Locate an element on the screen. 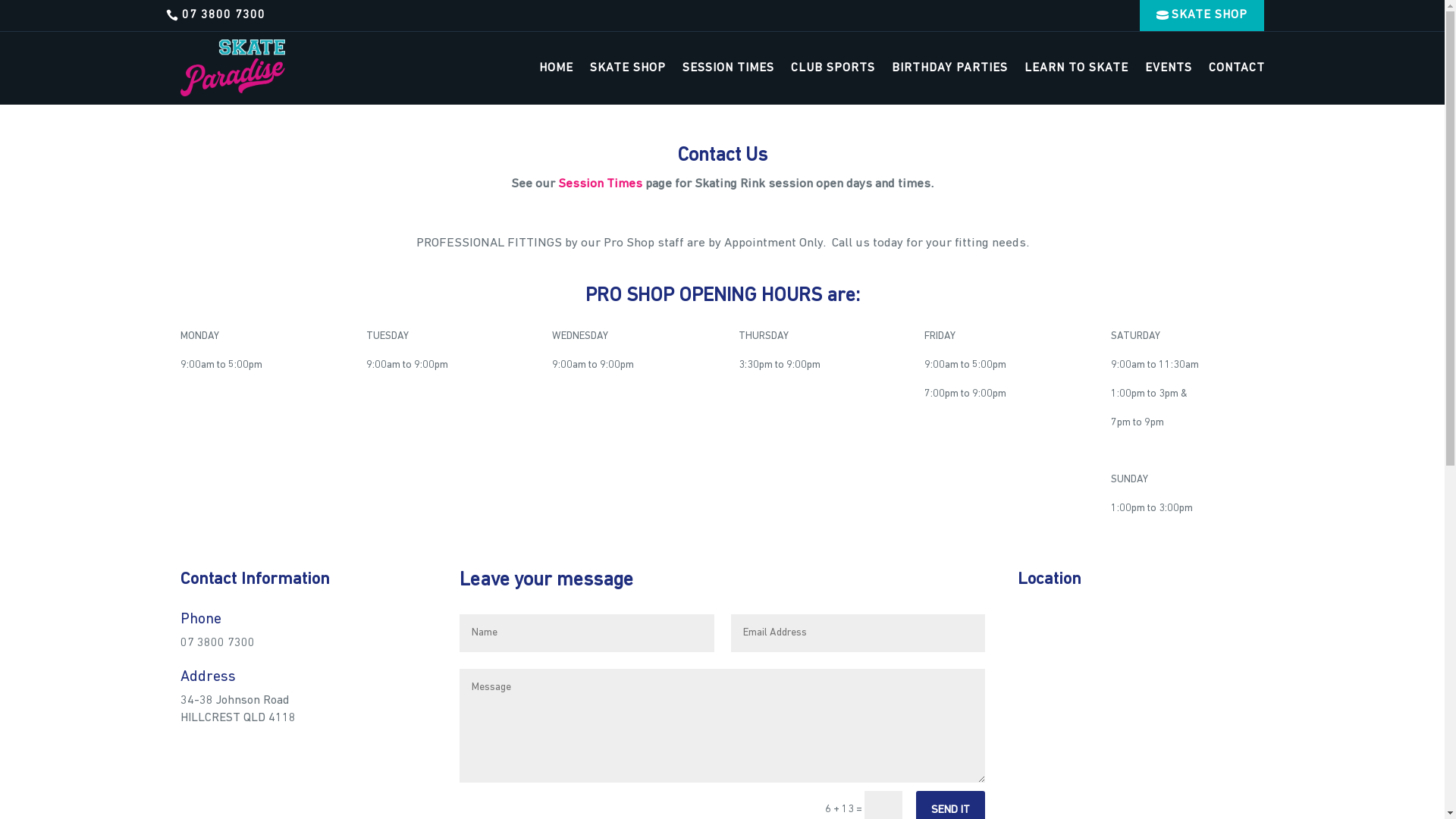  'EVENTS' is located at coordinates (1167, 67).